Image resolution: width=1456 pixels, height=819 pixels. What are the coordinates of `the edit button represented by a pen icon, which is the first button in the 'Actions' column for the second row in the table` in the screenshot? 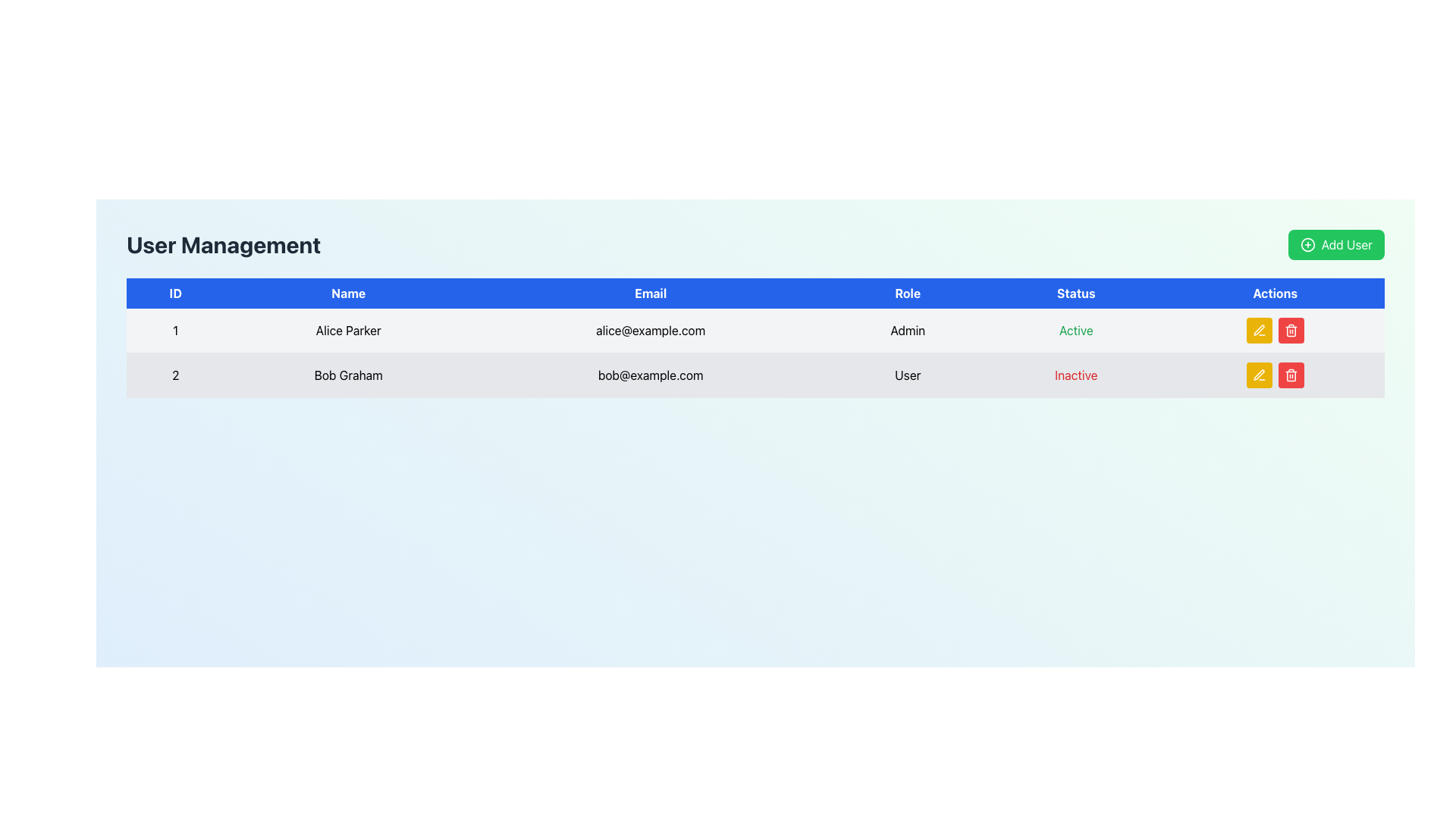 It's located at (1259, 375).